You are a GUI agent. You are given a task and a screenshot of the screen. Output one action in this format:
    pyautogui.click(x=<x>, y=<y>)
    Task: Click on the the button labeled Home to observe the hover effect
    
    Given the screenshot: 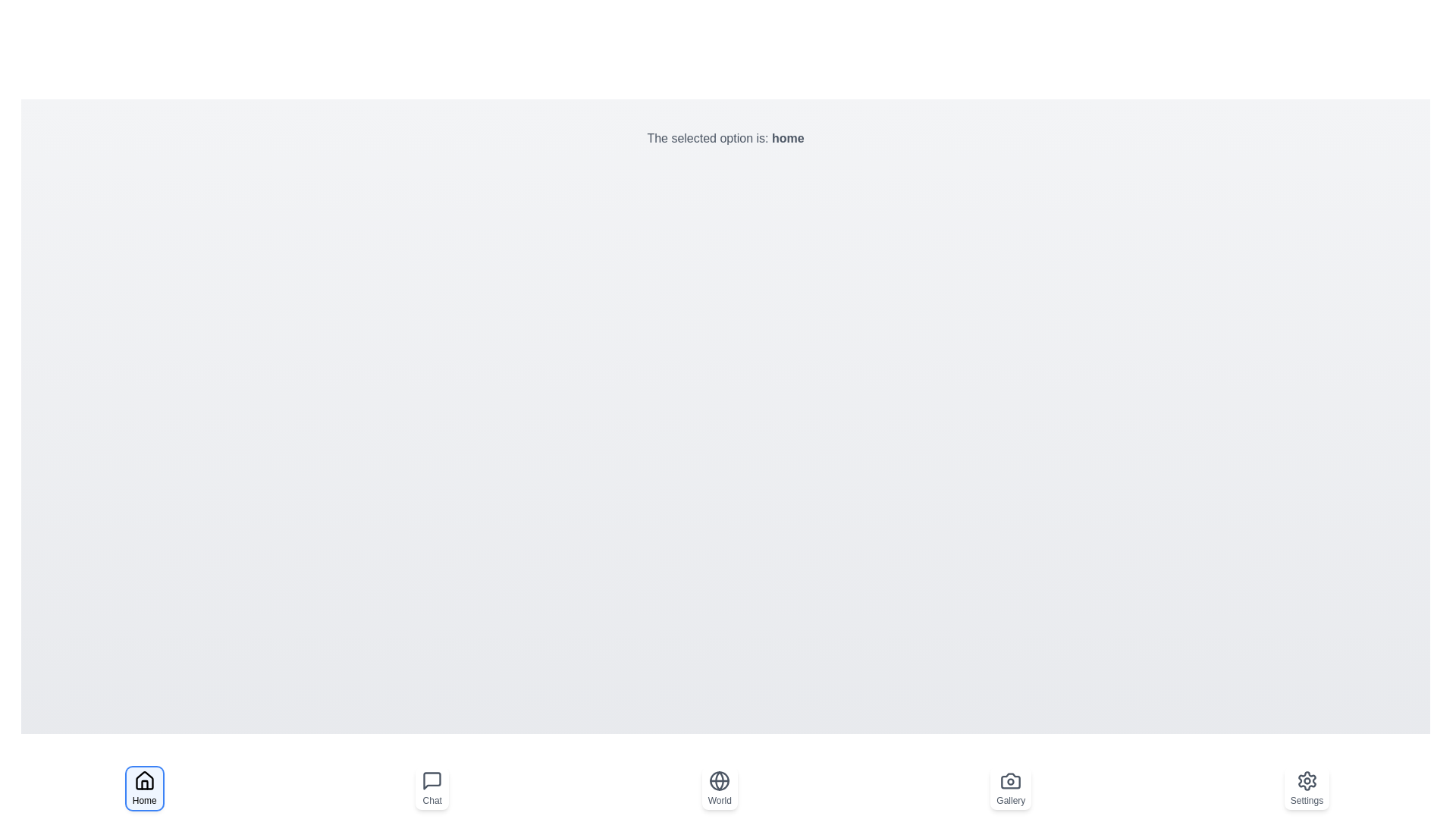 What is the action you would take?
    pyautogui.click(x=144, y=788)
    